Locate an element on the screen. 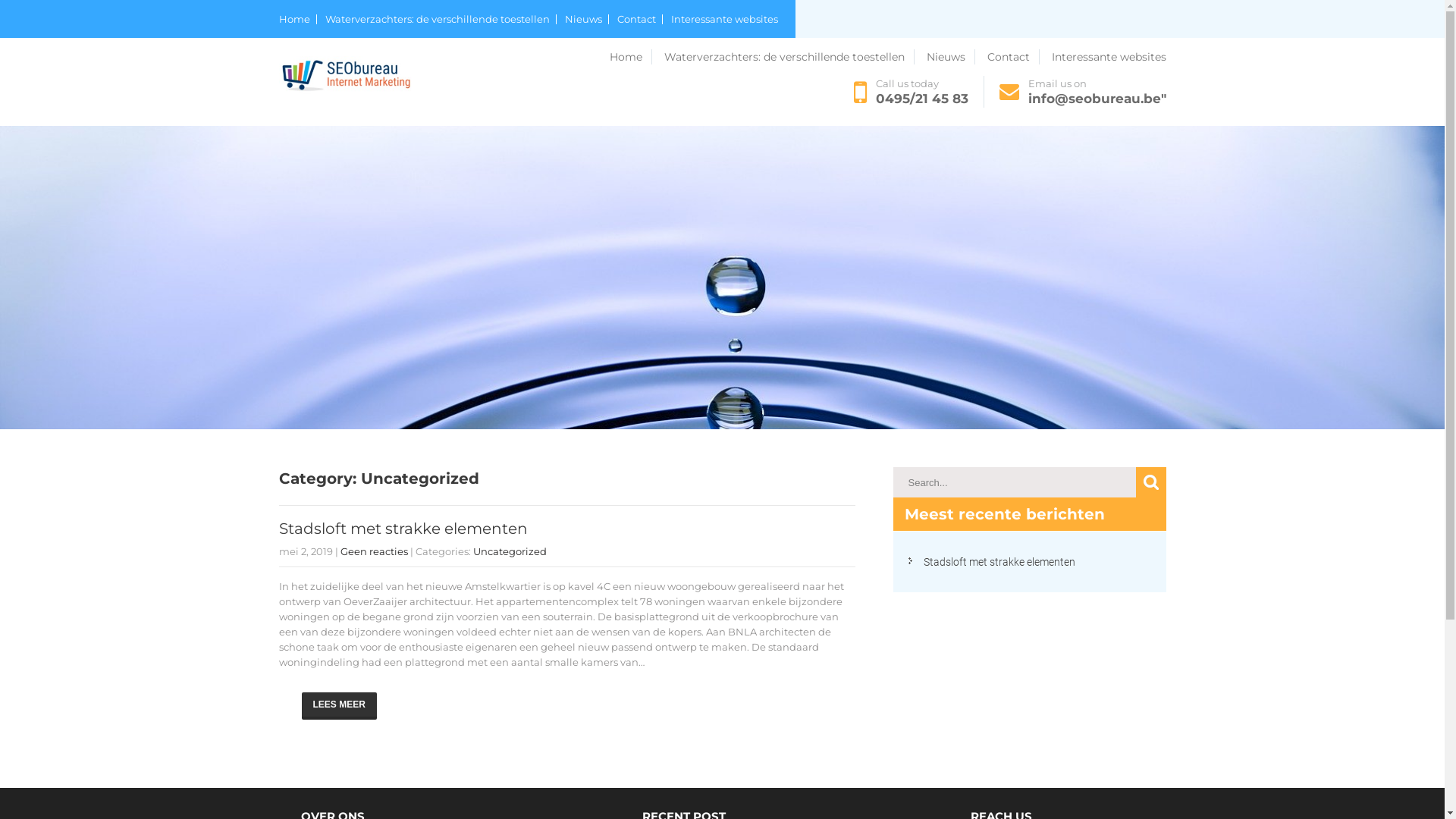  'Contact' is located at coordinates (1013, 55).